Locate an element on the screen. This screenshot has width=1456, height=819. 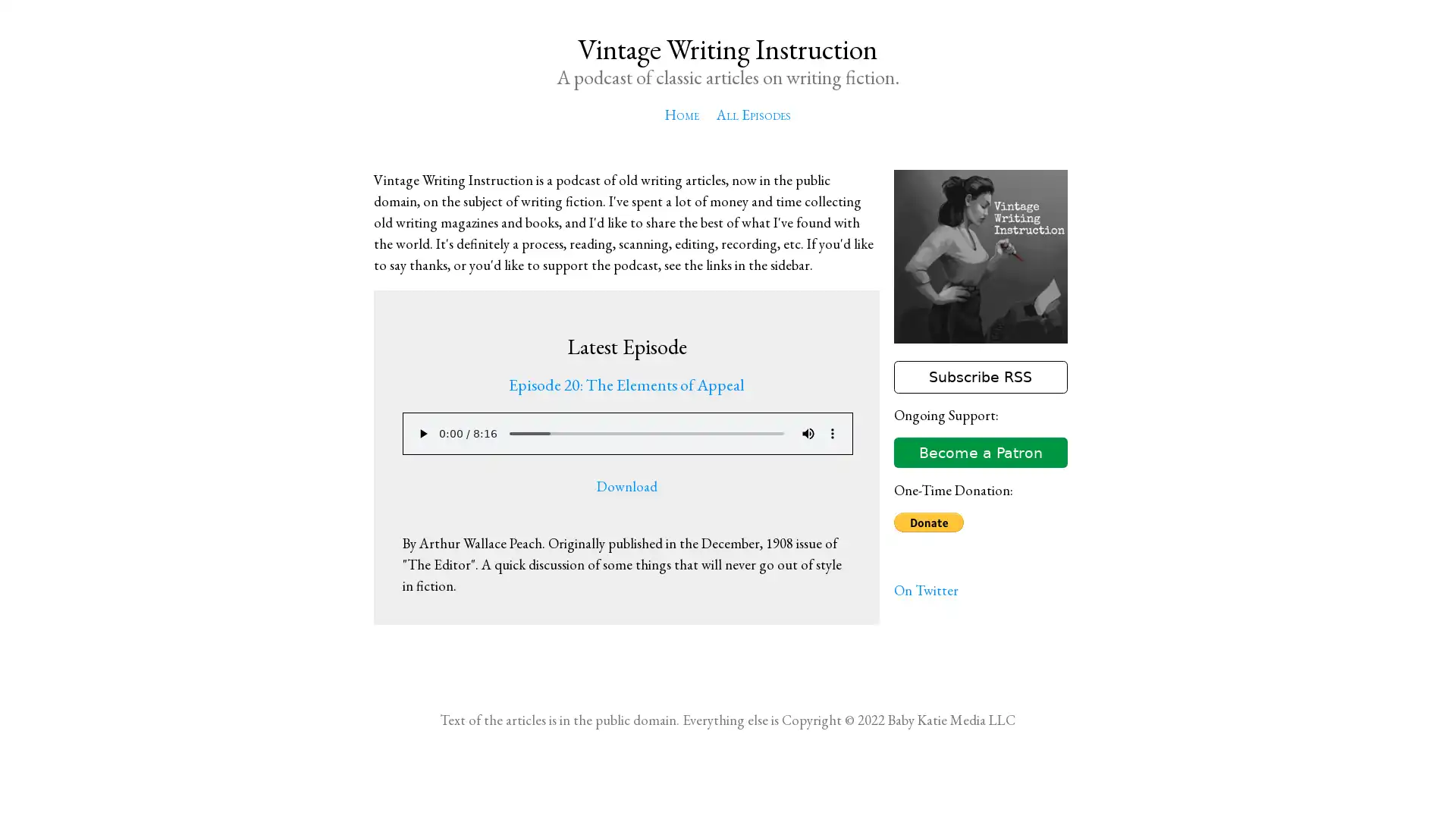
show more media controls is located at coordinates (831, 433).